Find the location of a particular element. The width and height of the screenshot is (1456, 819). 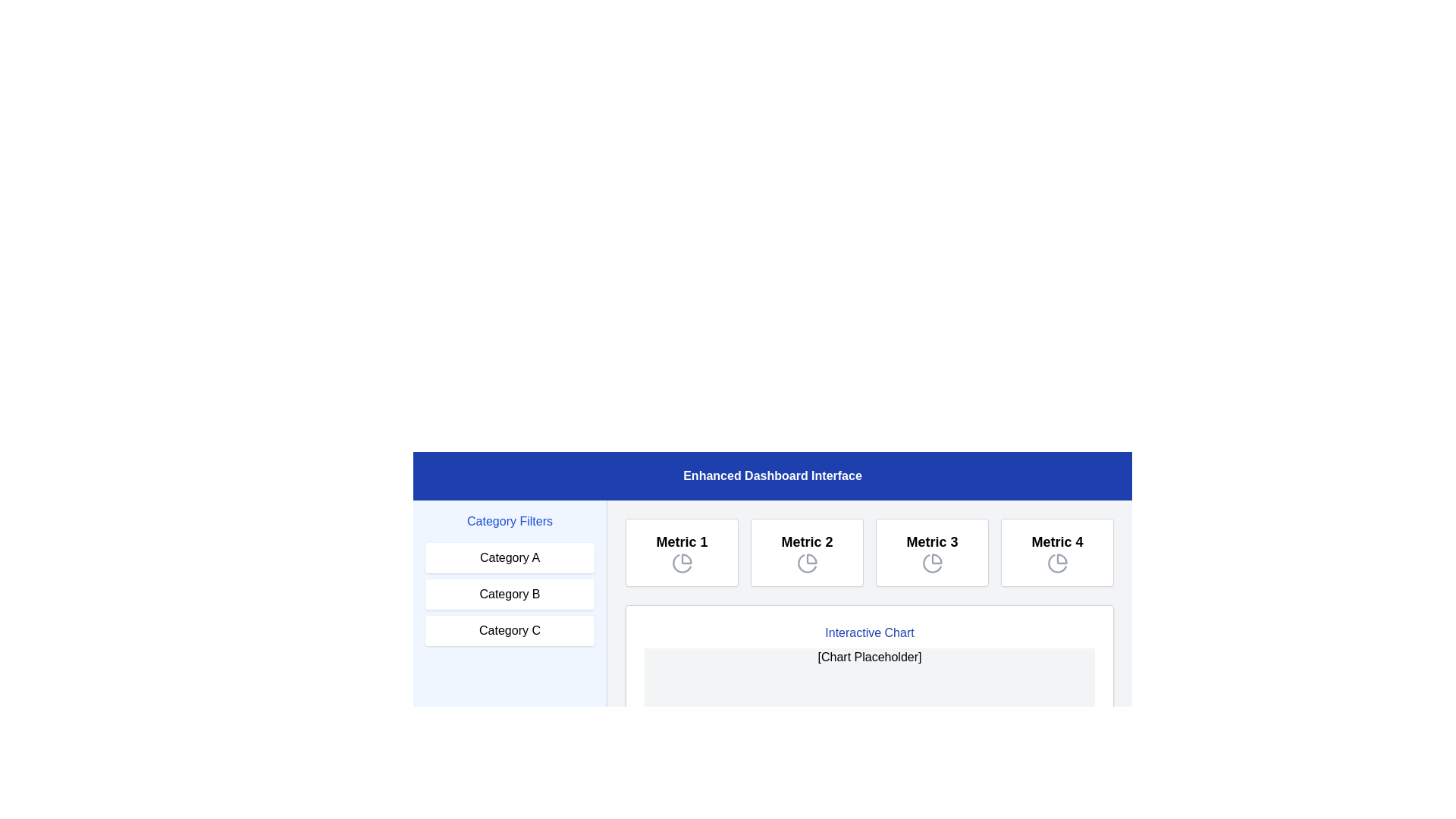

the 'Category A' filter button located in the left column under the 'Category Filters' label is located at coordinates (510, 558).